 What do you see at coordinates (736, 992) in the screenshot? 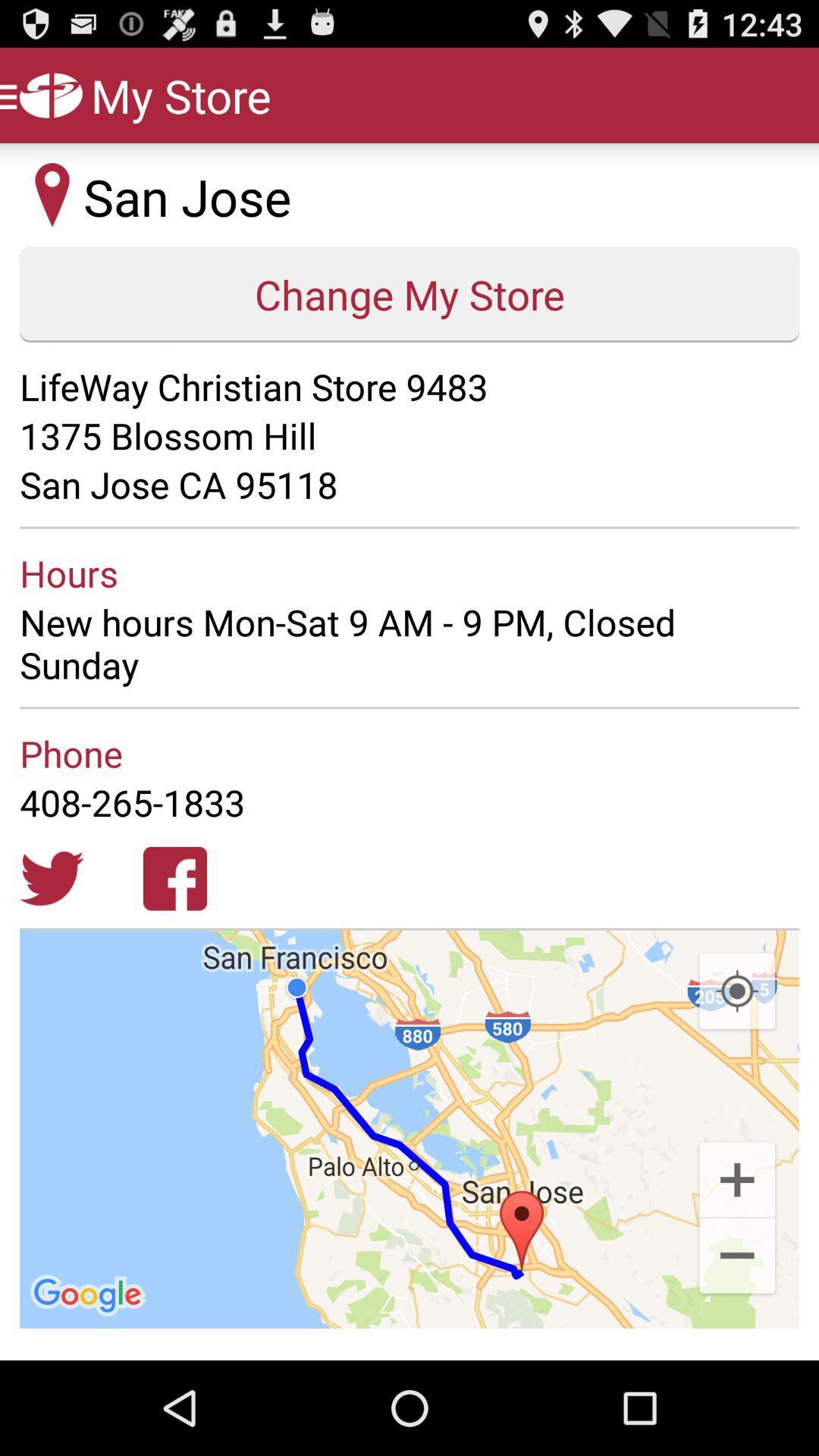
I see `icon below the 408-265-1833 item` at bounding box center [736, 992].